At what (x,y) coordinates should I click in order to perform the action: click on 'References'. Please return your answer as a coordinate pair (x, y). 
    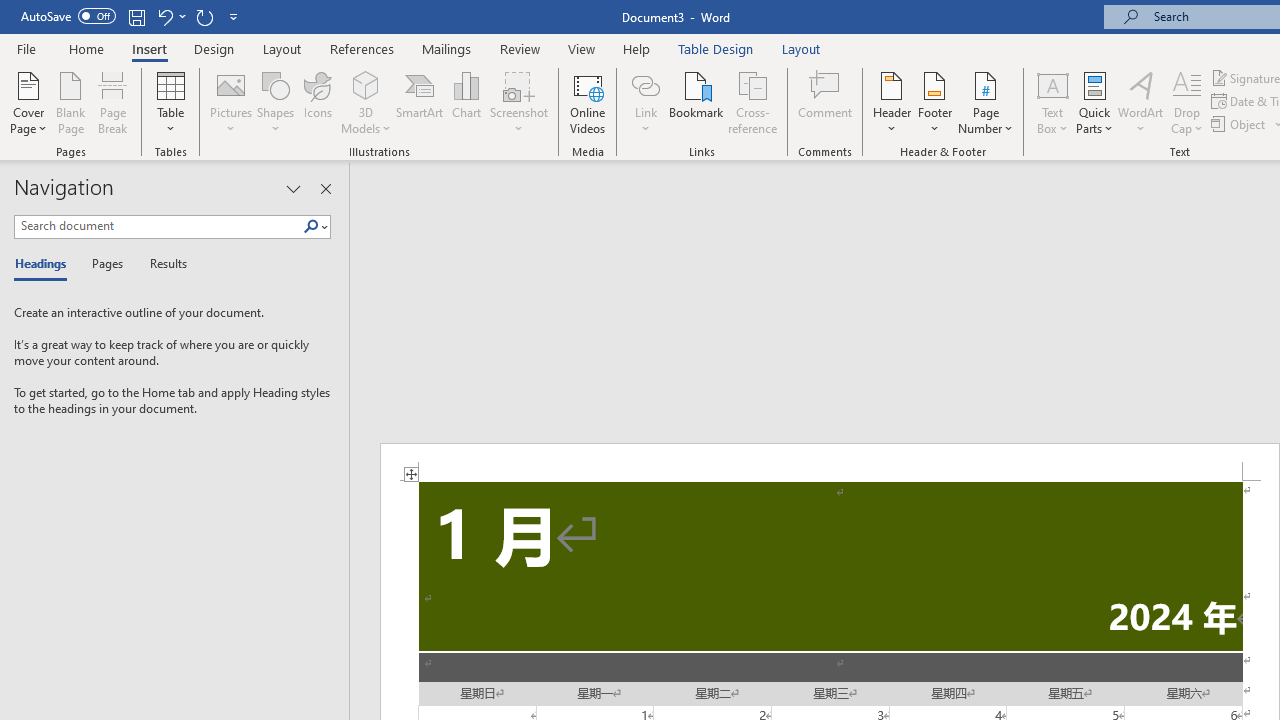
    Looking at the image, I should click on (362, 48).